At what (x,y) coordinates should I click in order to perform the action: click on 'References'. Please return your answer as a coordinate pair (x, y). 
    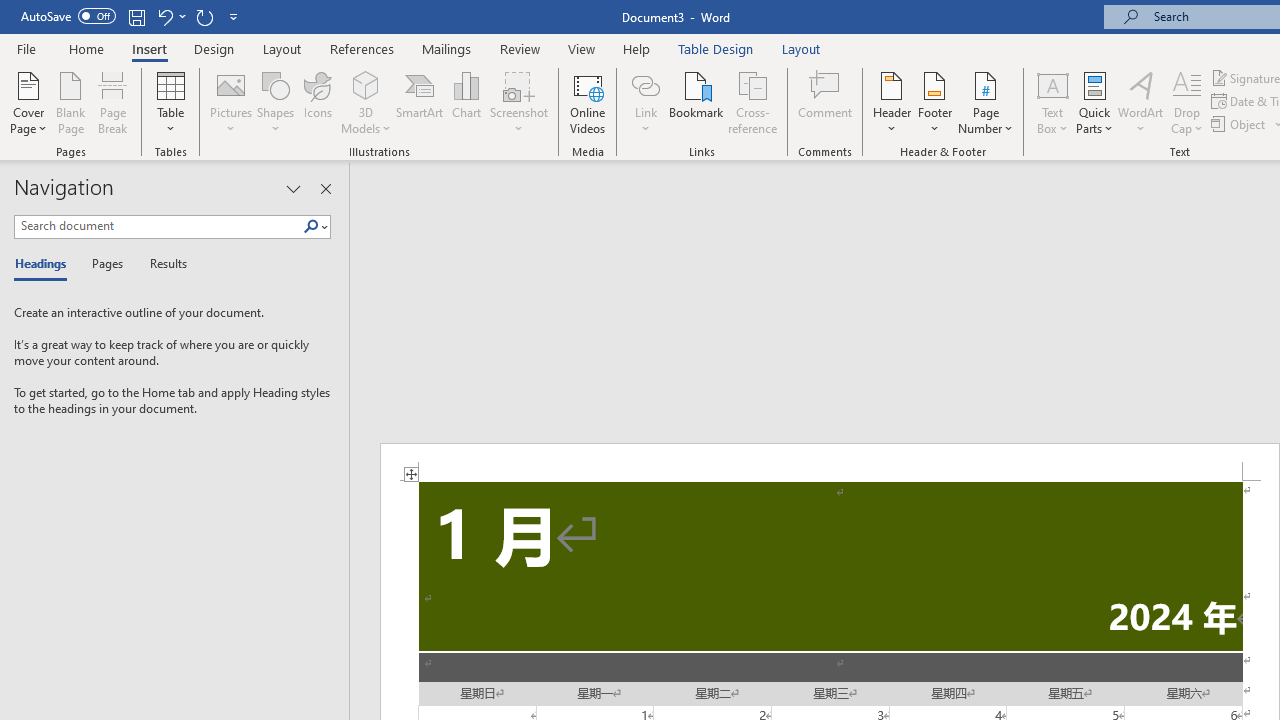
    Looking at the image, I should click on (362, 48).